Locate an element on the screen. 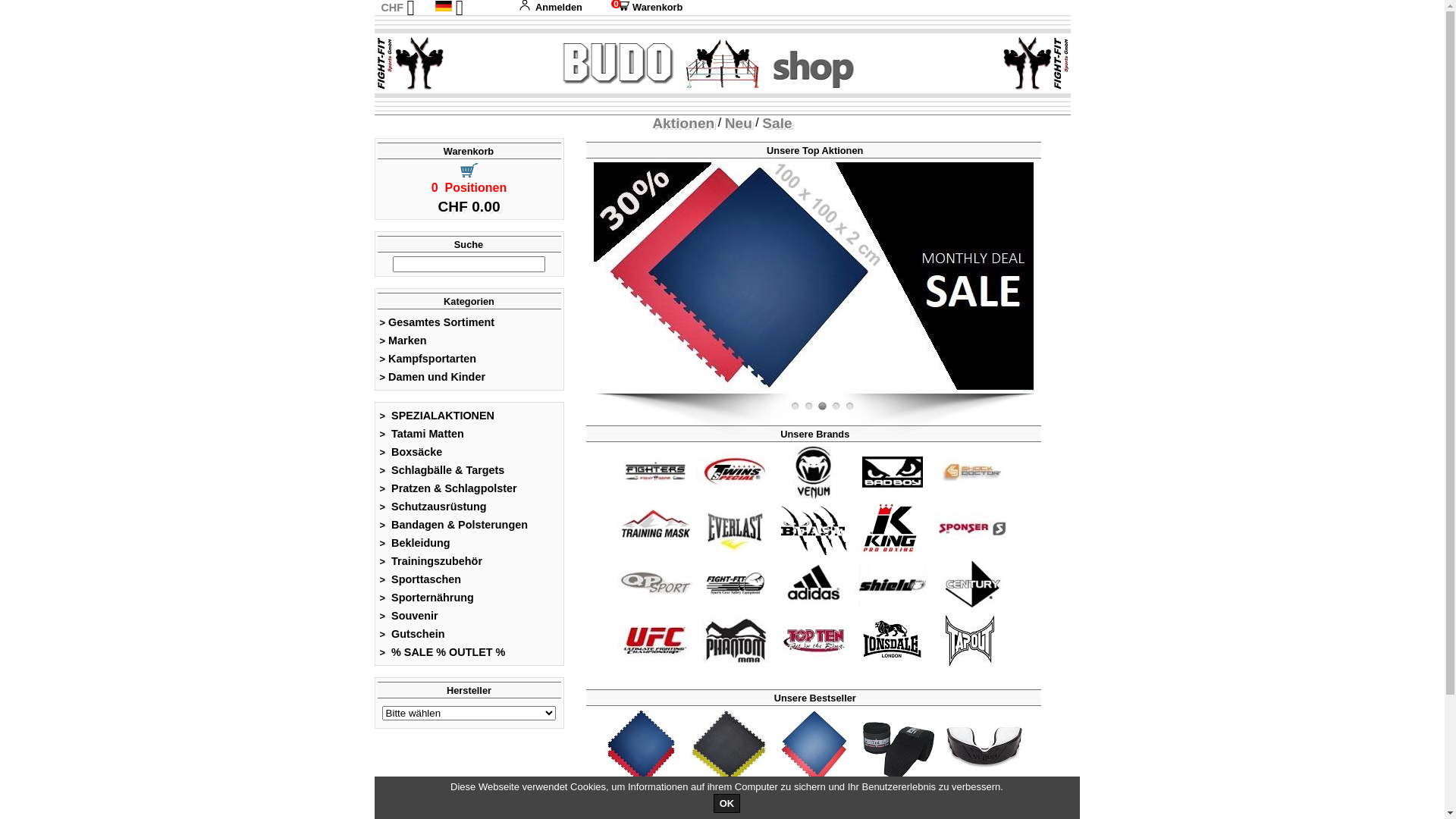  '>  % SALE % OUTLET %' is located at coordinates (441, 651).